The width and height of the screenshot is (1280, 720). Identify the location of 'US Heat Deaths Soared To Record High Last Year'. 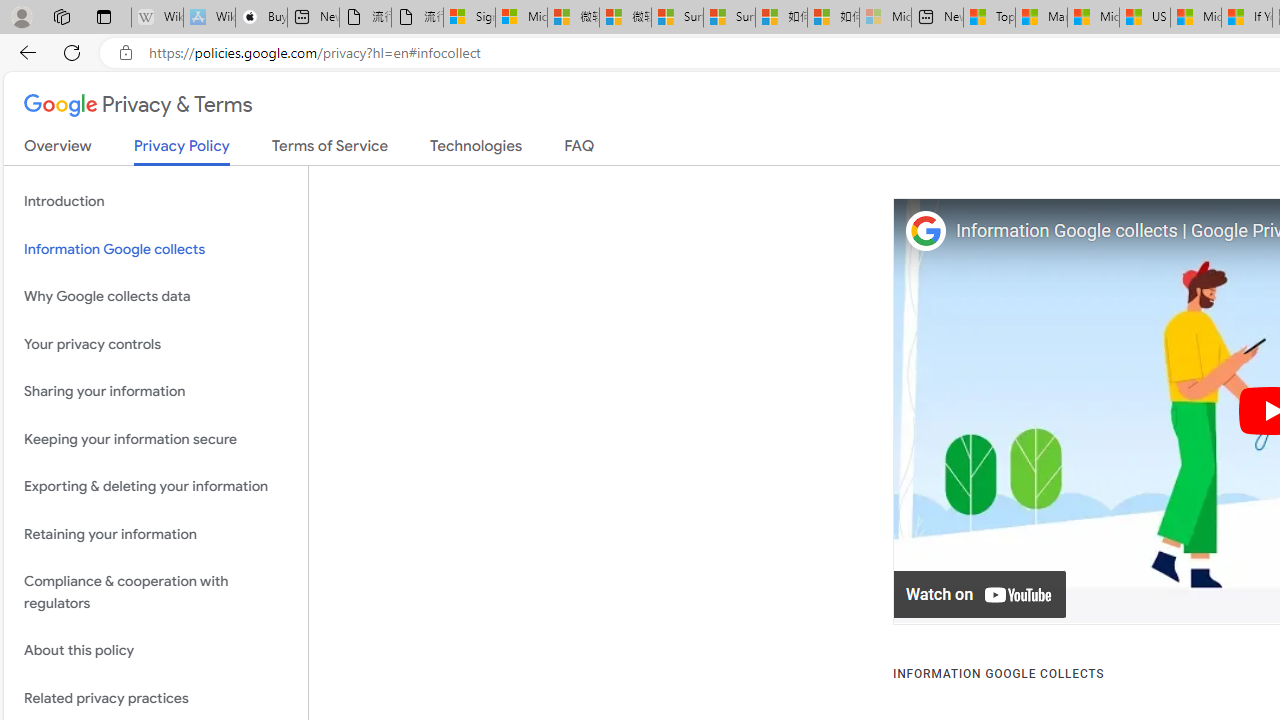
(1144, 17).